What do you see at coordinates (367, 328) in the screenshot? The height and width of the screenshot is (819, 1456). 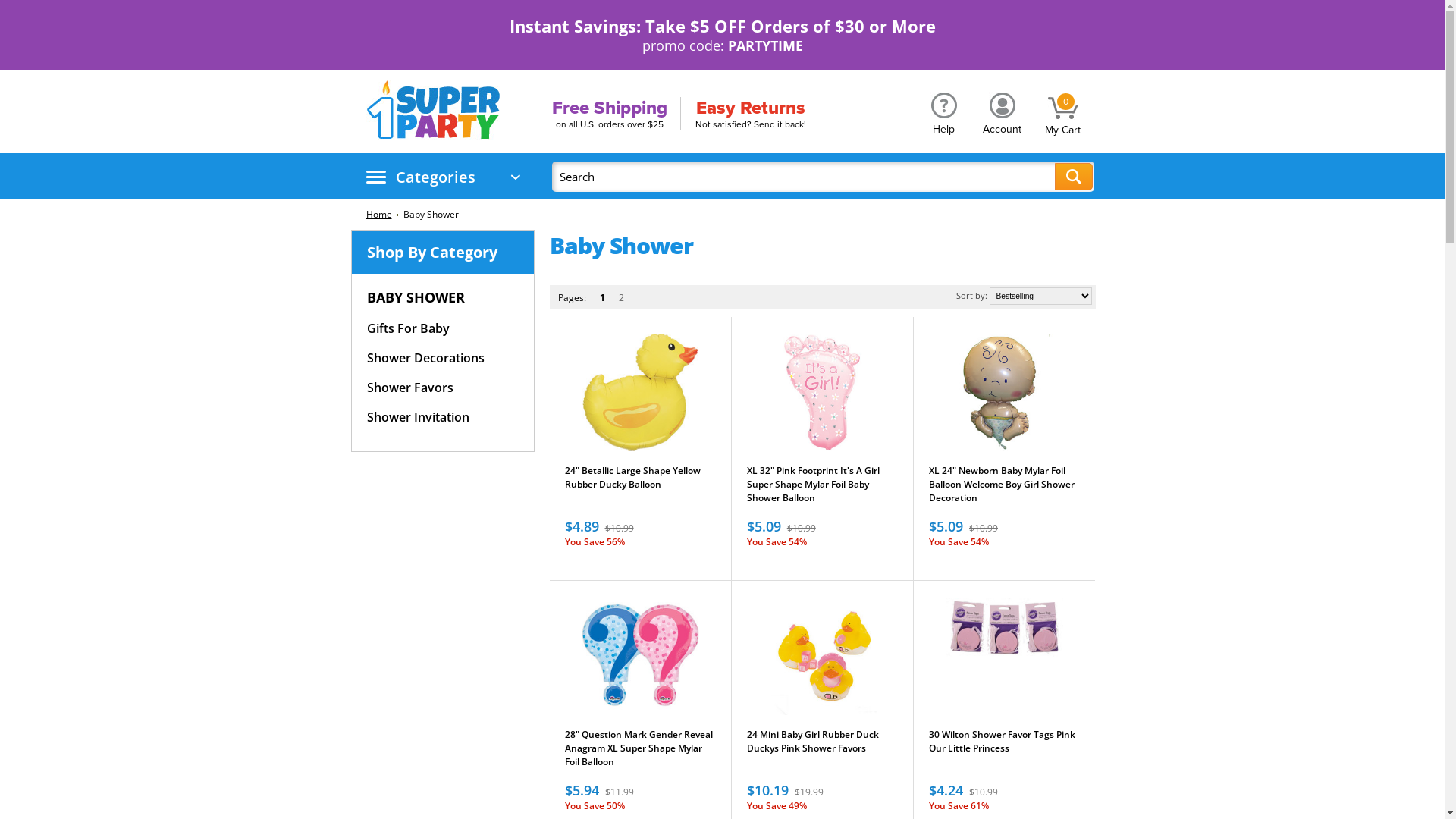 I see `'Gifts For Baby'` at bounding box center [367, 328].